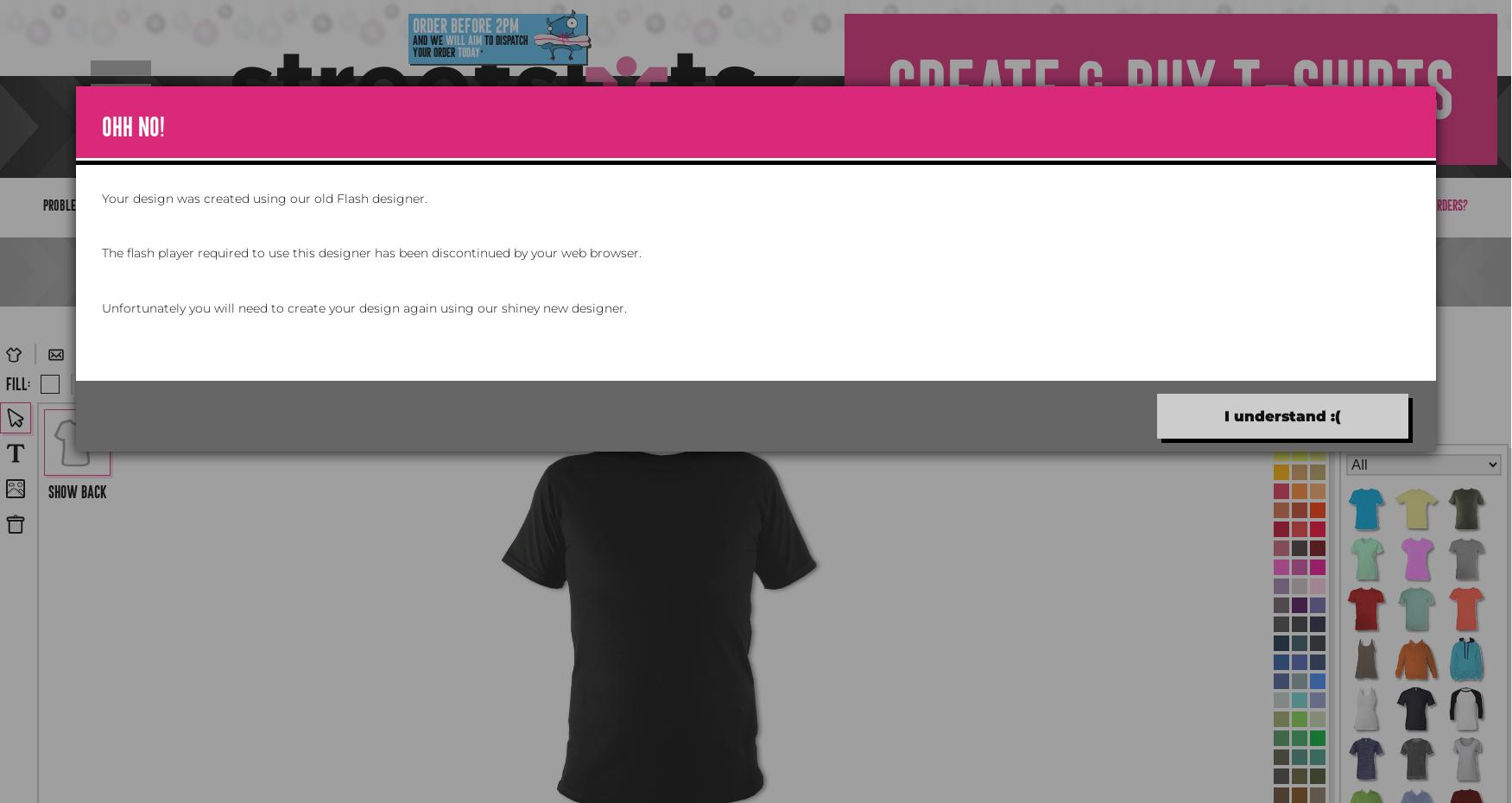  What do you see at coordinates (311, 383) in the screenshot?
I see `'Size:'` at bounding box center [311, 383].